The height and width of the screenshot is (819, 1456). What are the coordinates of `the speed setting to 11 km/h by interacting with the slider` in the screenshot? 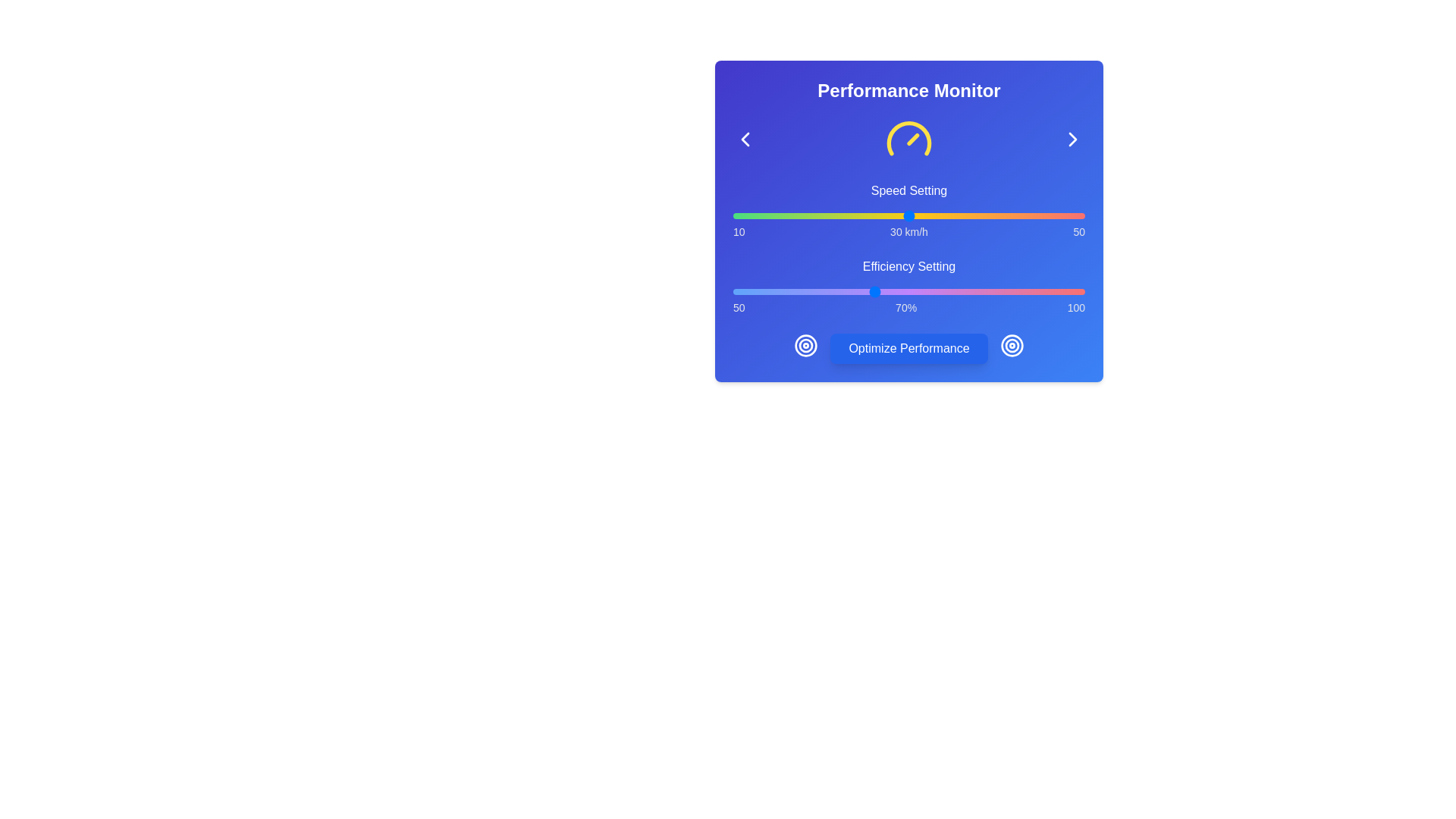 It's located at (742, 216).